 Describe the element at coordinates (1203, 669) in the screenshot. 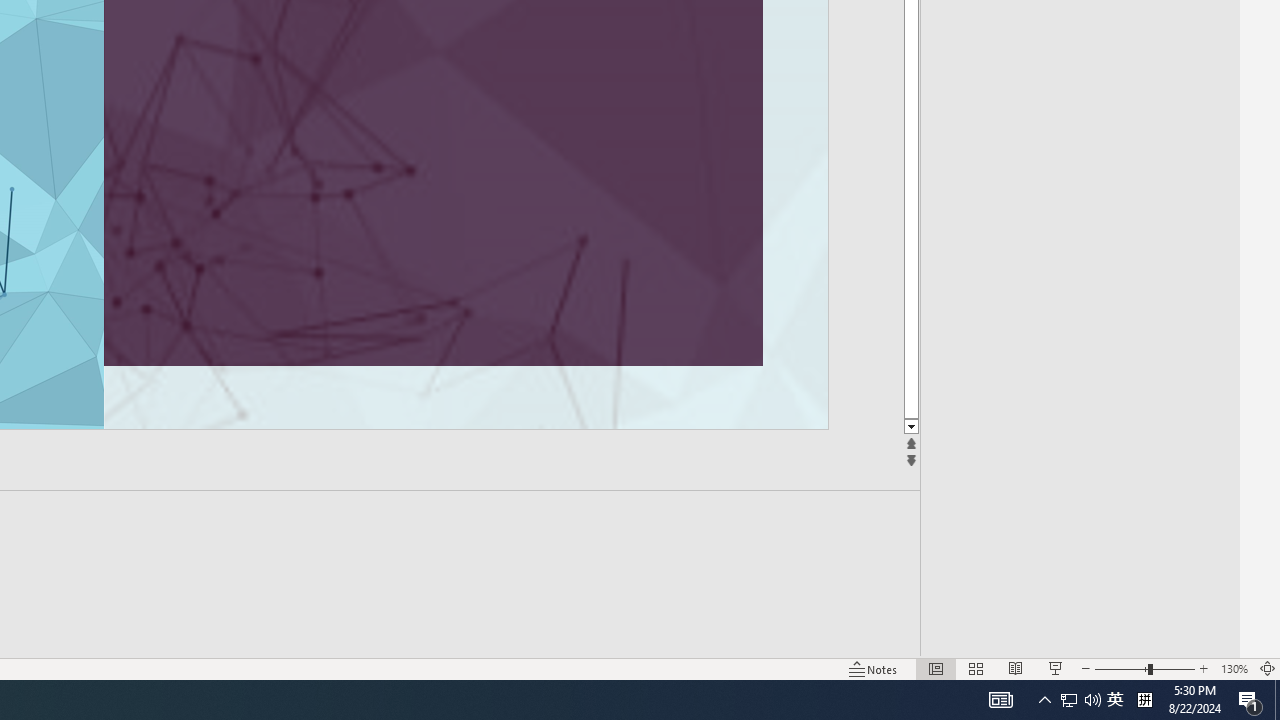

I see `'Zoom In'` at that location.